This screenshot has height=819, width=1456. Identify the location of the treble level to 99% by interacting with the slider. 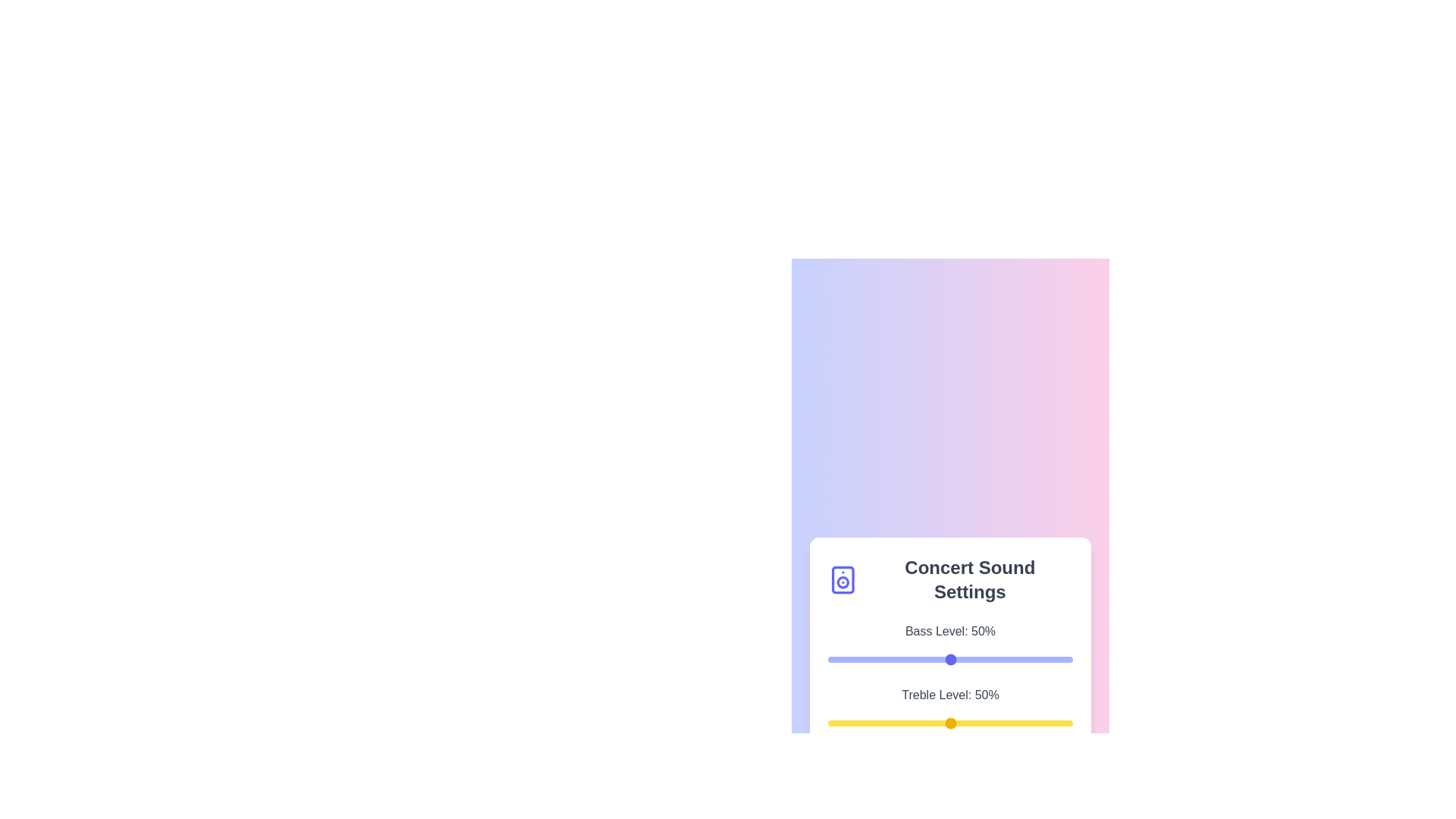
(1069, 722).